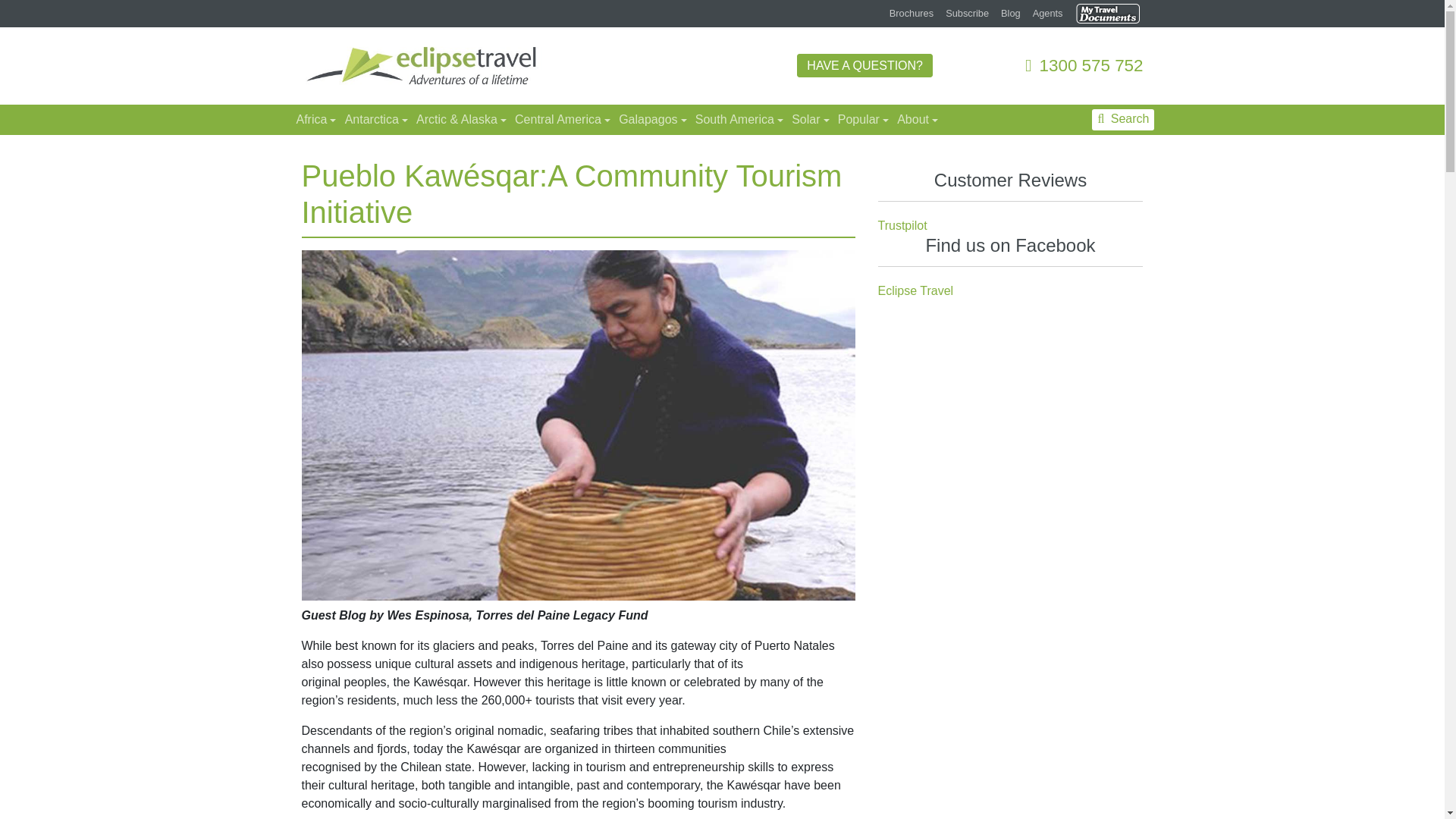 The width and height of the screenshot is (1456, 819). What do you see at coordinates (808, 119) in the screenshot?
I see `'Solar'` at bounding box center [808, 119].